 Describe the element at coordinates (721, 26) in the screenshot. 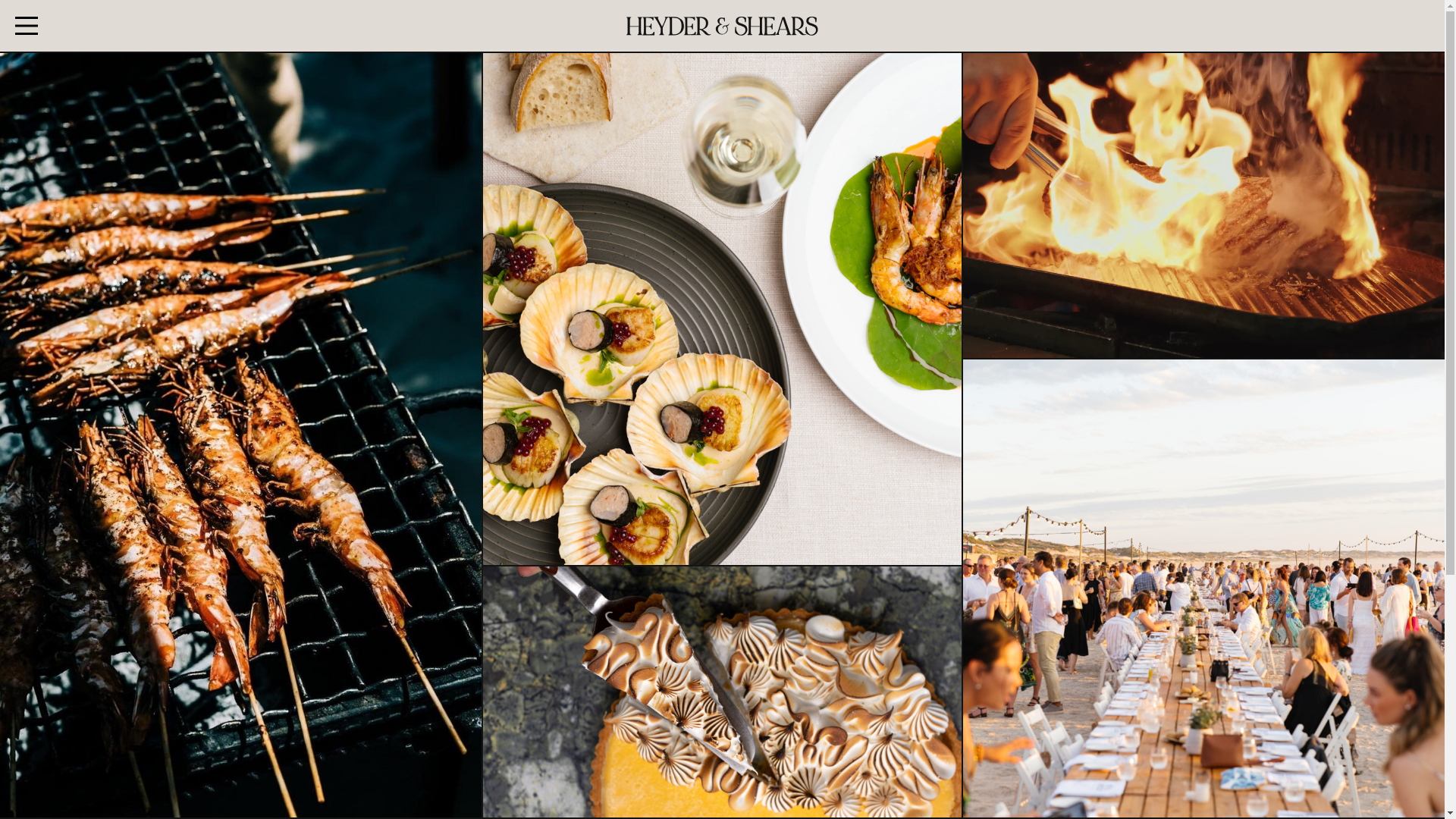

I see `'Heyder & Shears'` at that location.